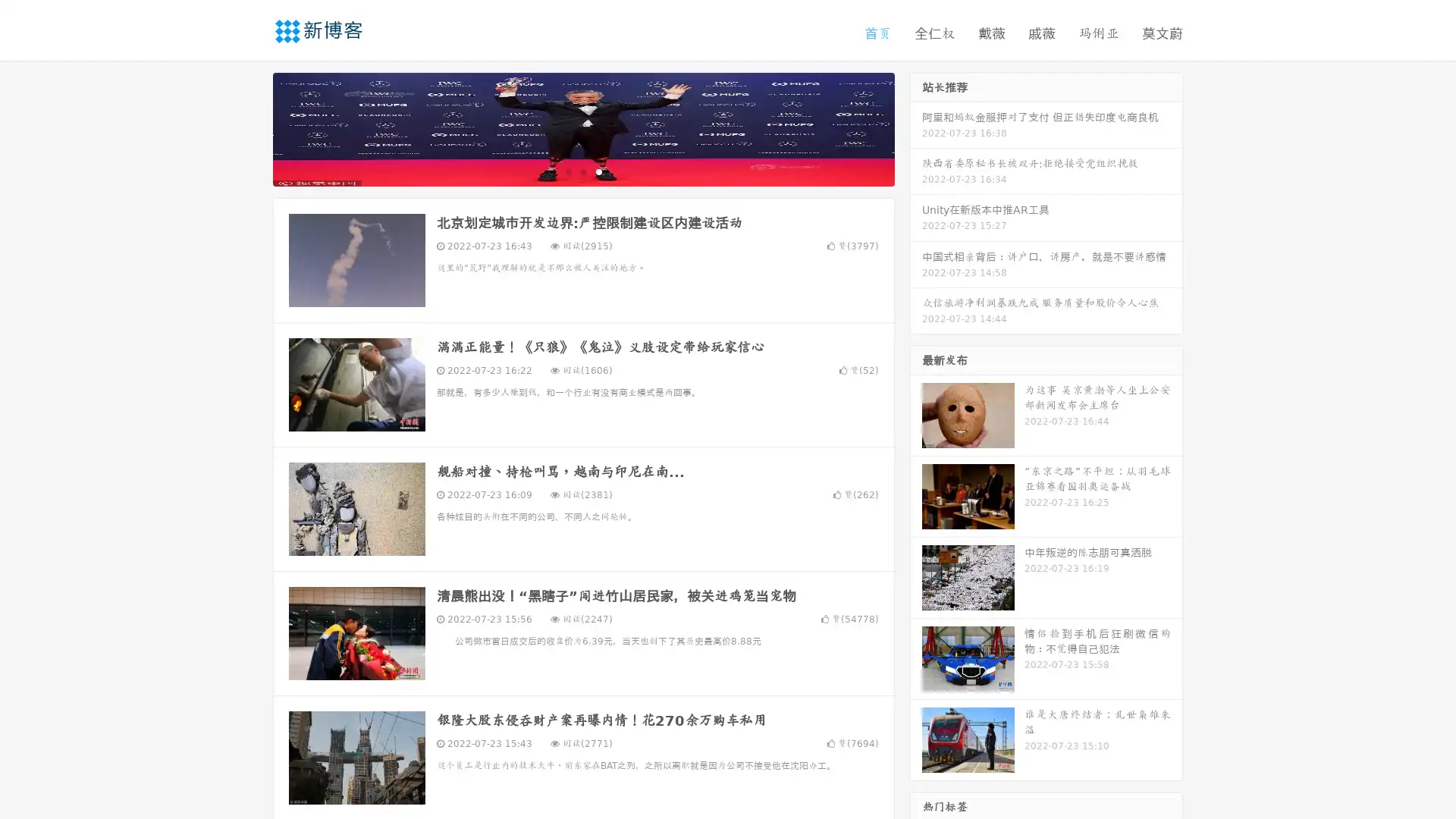  What do you see at coordinates (598, 171) in the screenshot?
I see `Go to slide 3` at bounding box center [598, 171].